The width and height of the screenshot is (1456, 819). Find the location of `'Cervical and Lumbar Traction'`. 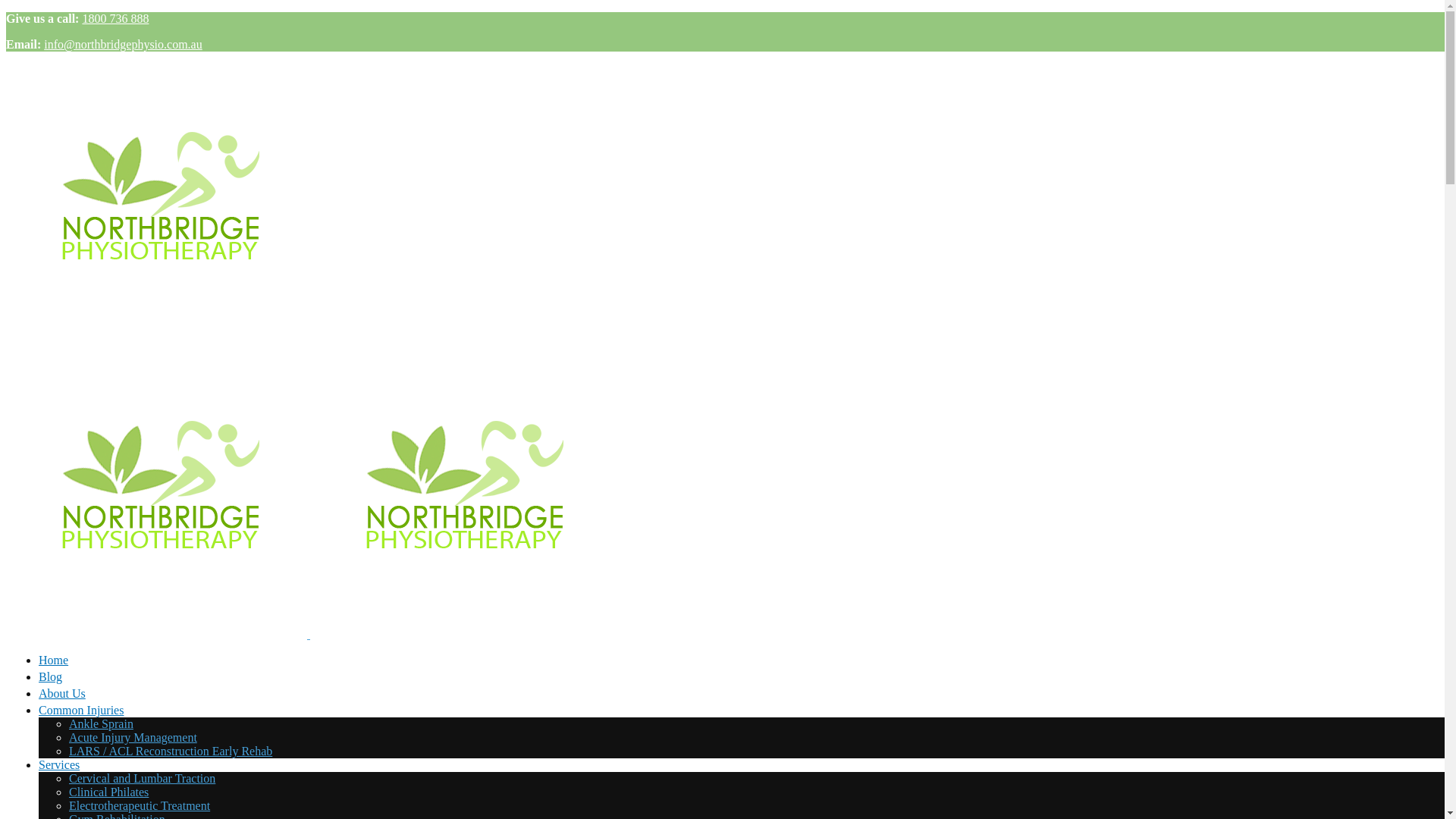

'Cervical and Lumbar Traction' is located at coordinates (142, 778).